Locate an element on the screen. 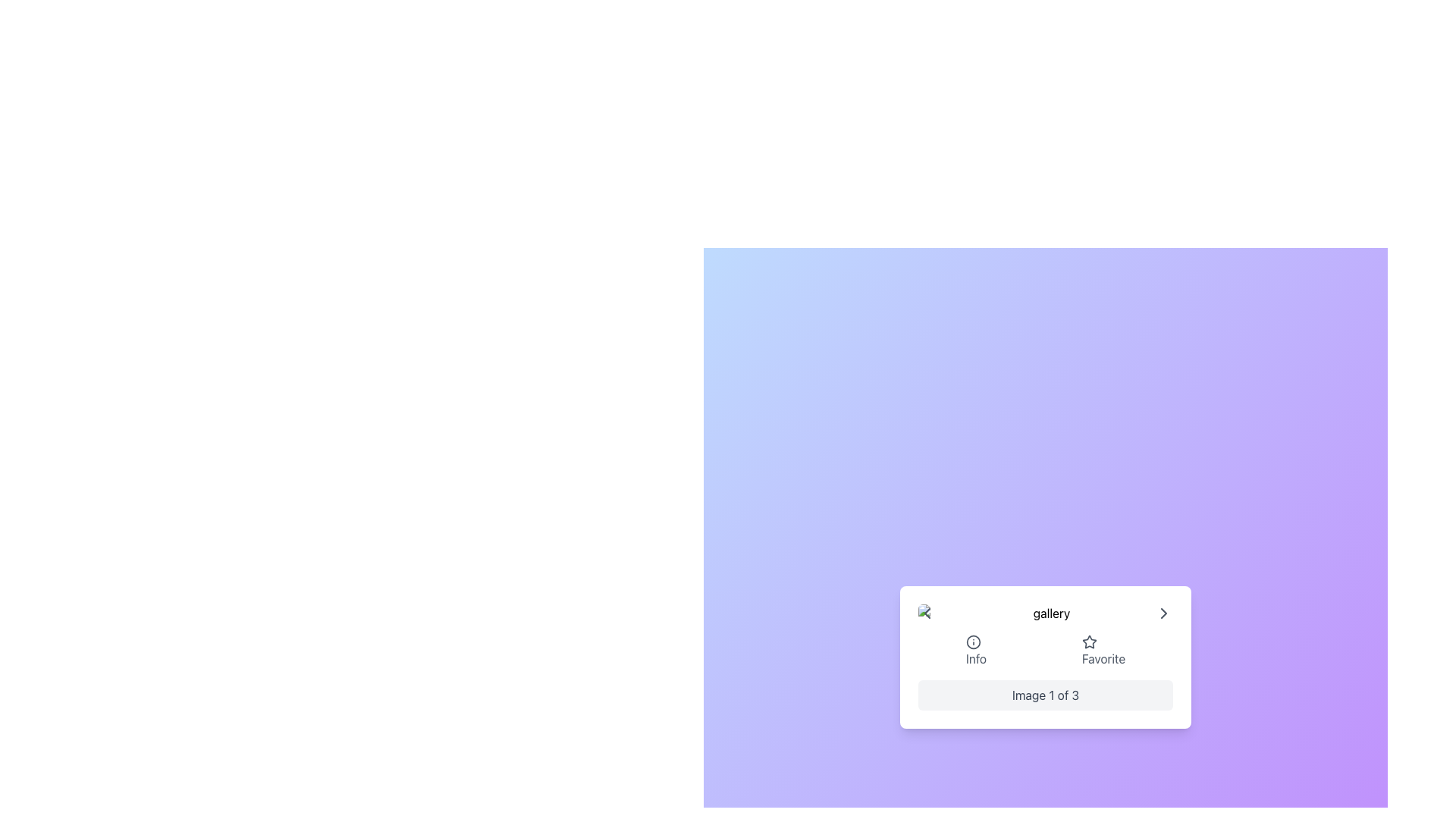  the 'Favorite' button, which features a star icon followed by the text 'Favorite', to mark it as favorite is located at coordinates (1103, 651).